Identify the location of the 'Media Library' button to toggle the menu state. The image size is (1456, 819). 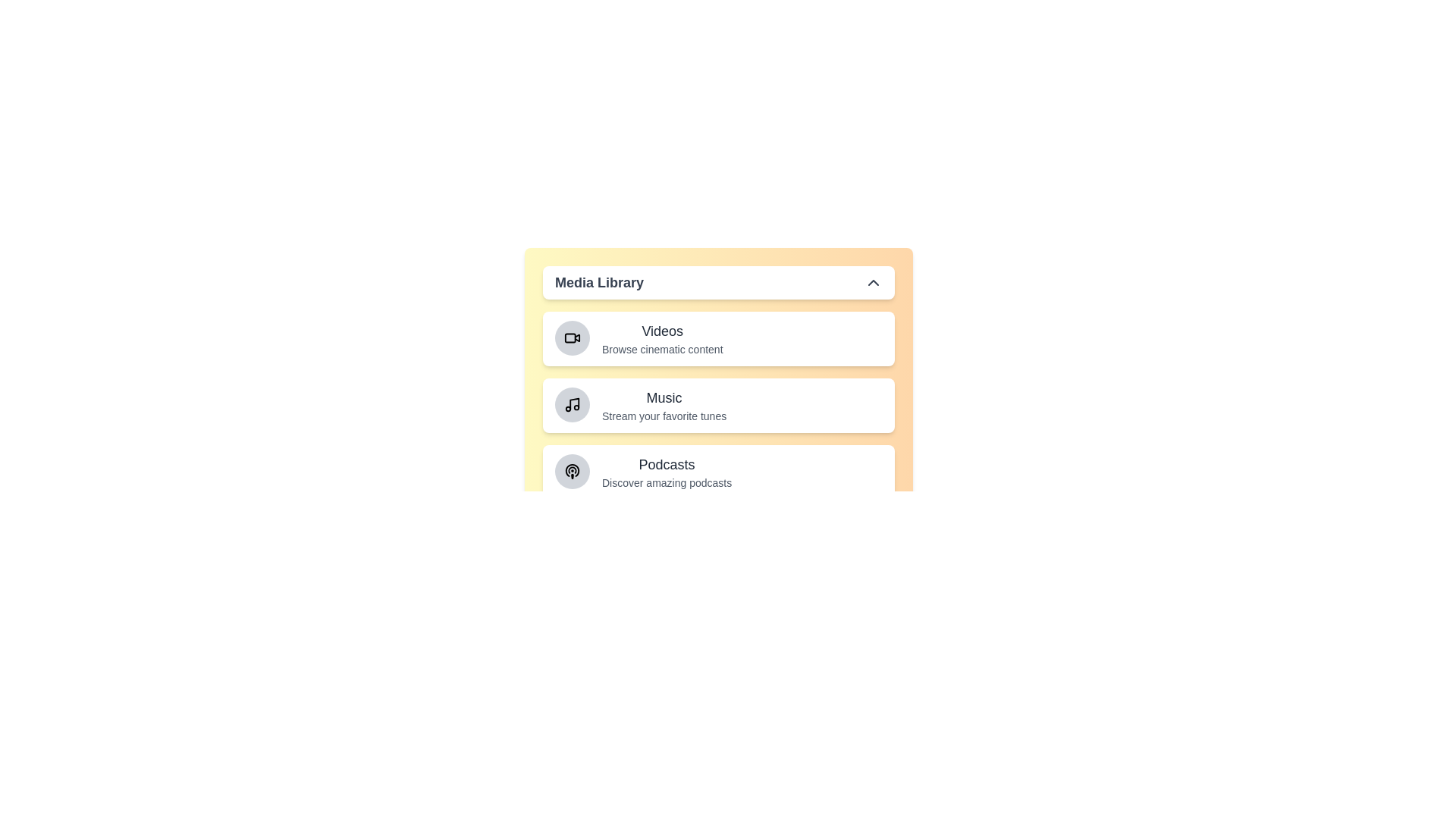
(718, 283).